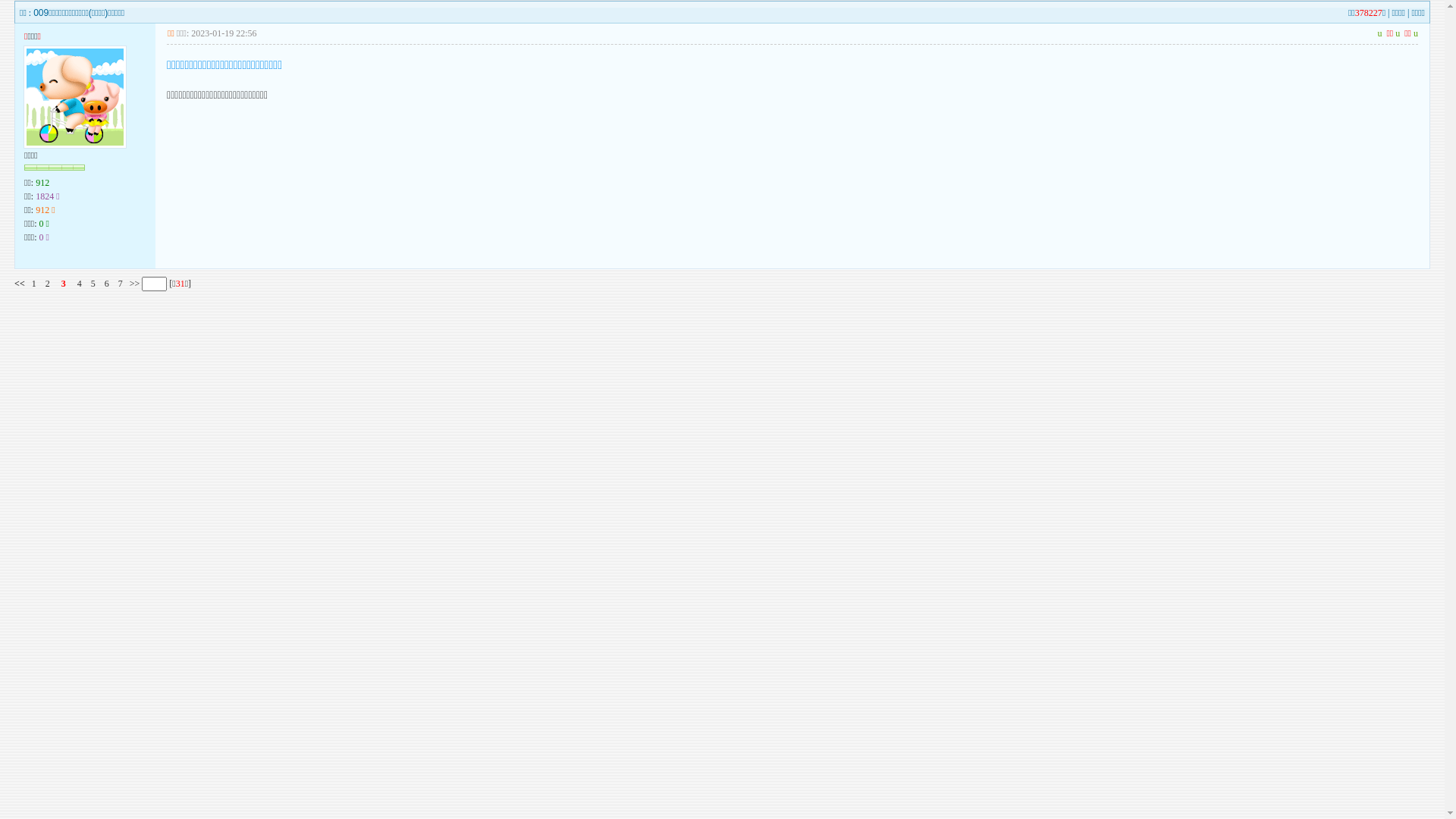 The height and width of the screenshot is (819, 1456). I want to click on '5', so click(93, 284).